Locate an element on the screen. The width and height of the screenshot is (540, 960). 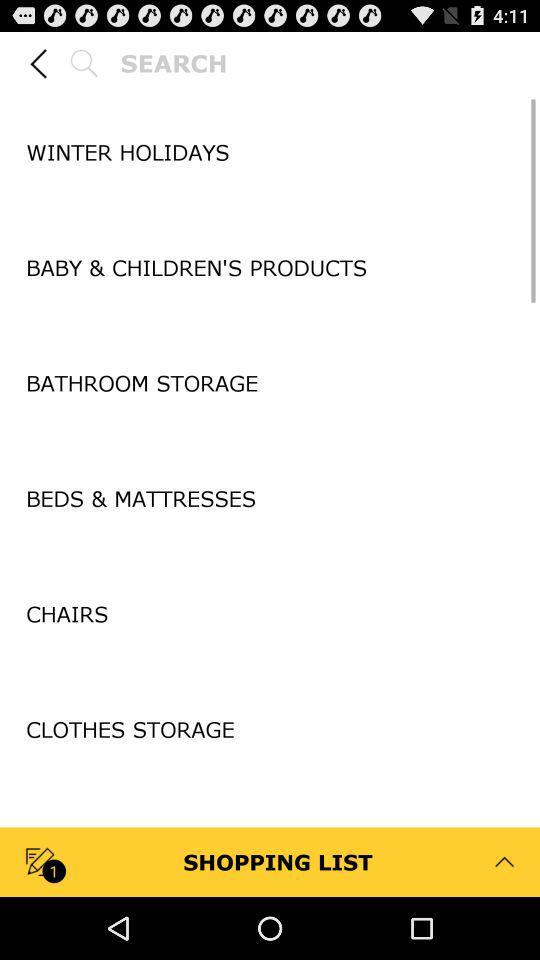
cooking app is located at coordinates (270, 841).